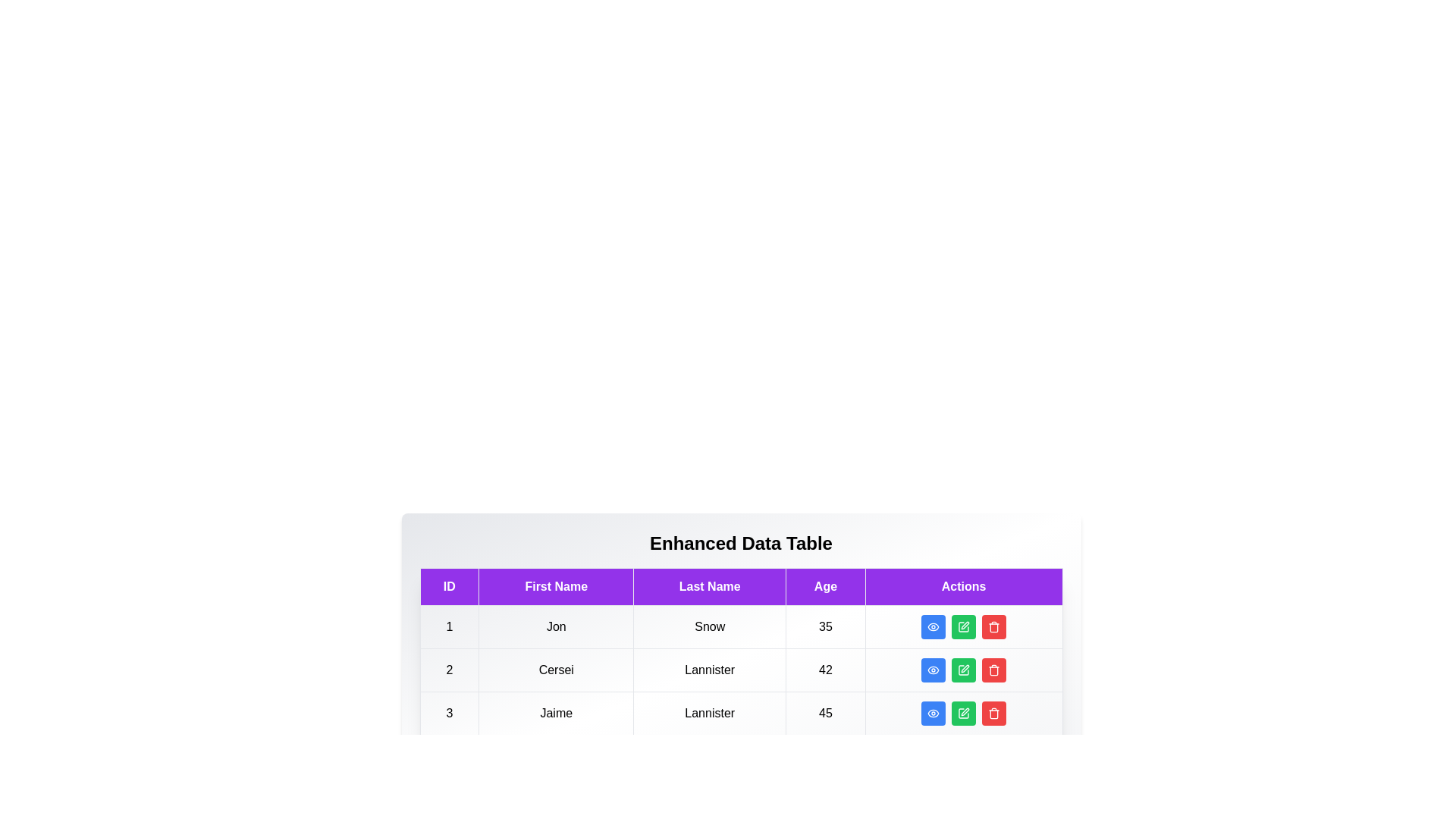  I want to click on the column header Last Name to sort the table by that column, so click(709, 586).